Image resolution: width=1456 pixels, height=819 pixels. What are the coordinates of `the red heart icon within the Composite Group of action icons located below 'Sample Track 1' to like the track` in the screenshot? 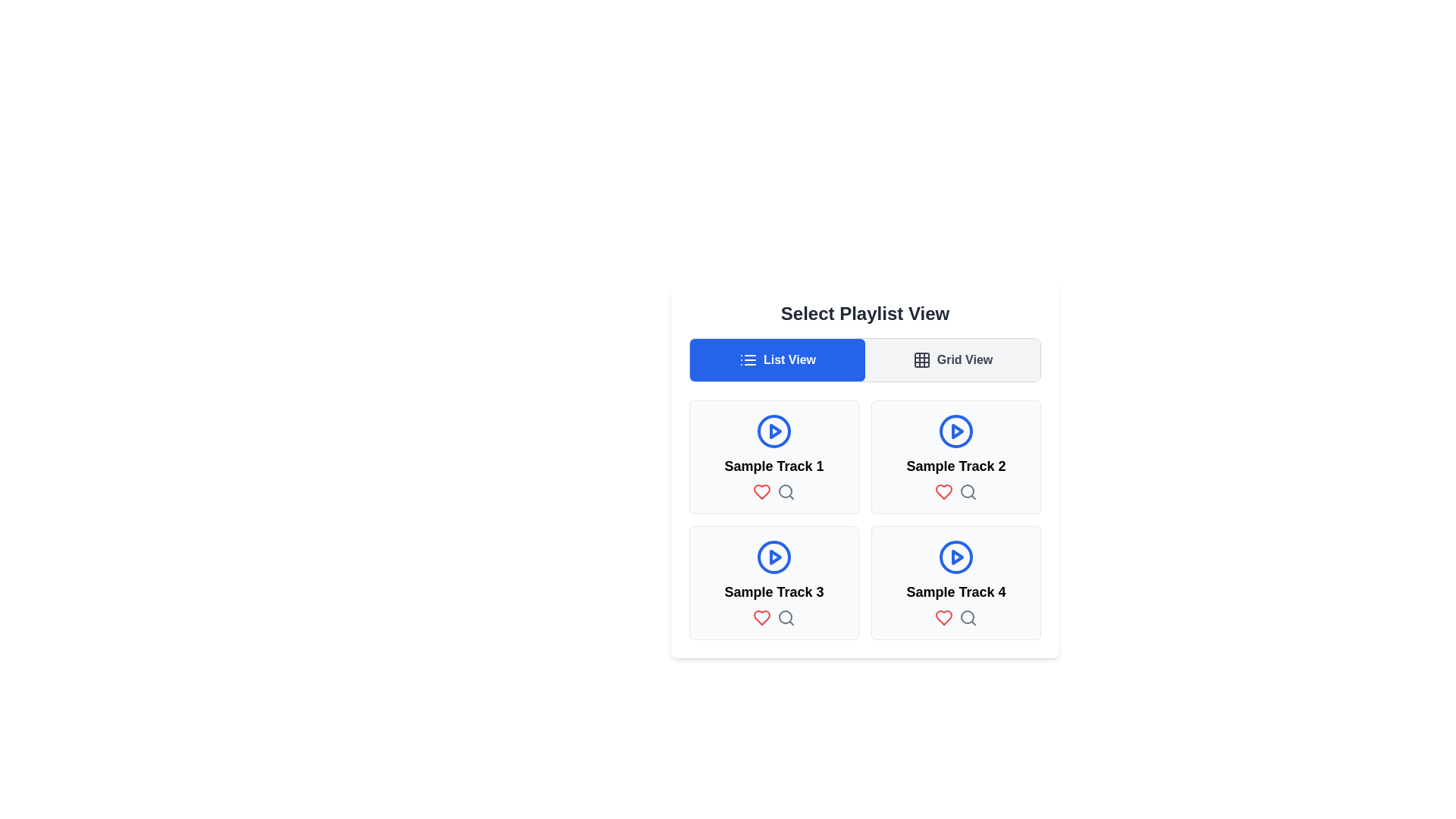 It's located at (774, 491).